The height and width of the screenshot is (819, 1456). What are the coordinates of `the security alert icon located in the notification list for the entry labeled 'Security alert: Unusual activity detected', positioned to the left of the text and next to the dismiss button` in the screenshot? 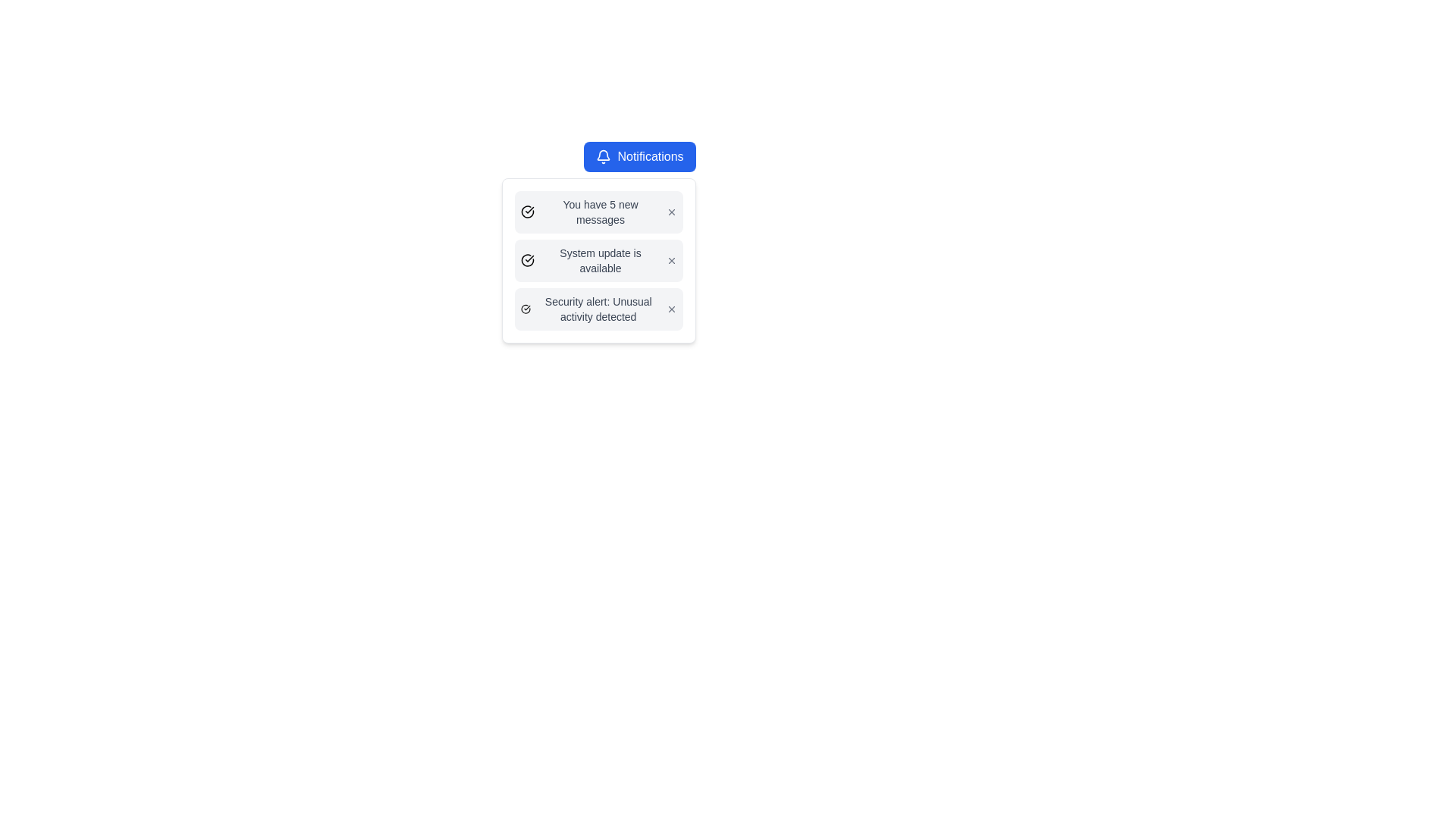 It's located at (526, 309).